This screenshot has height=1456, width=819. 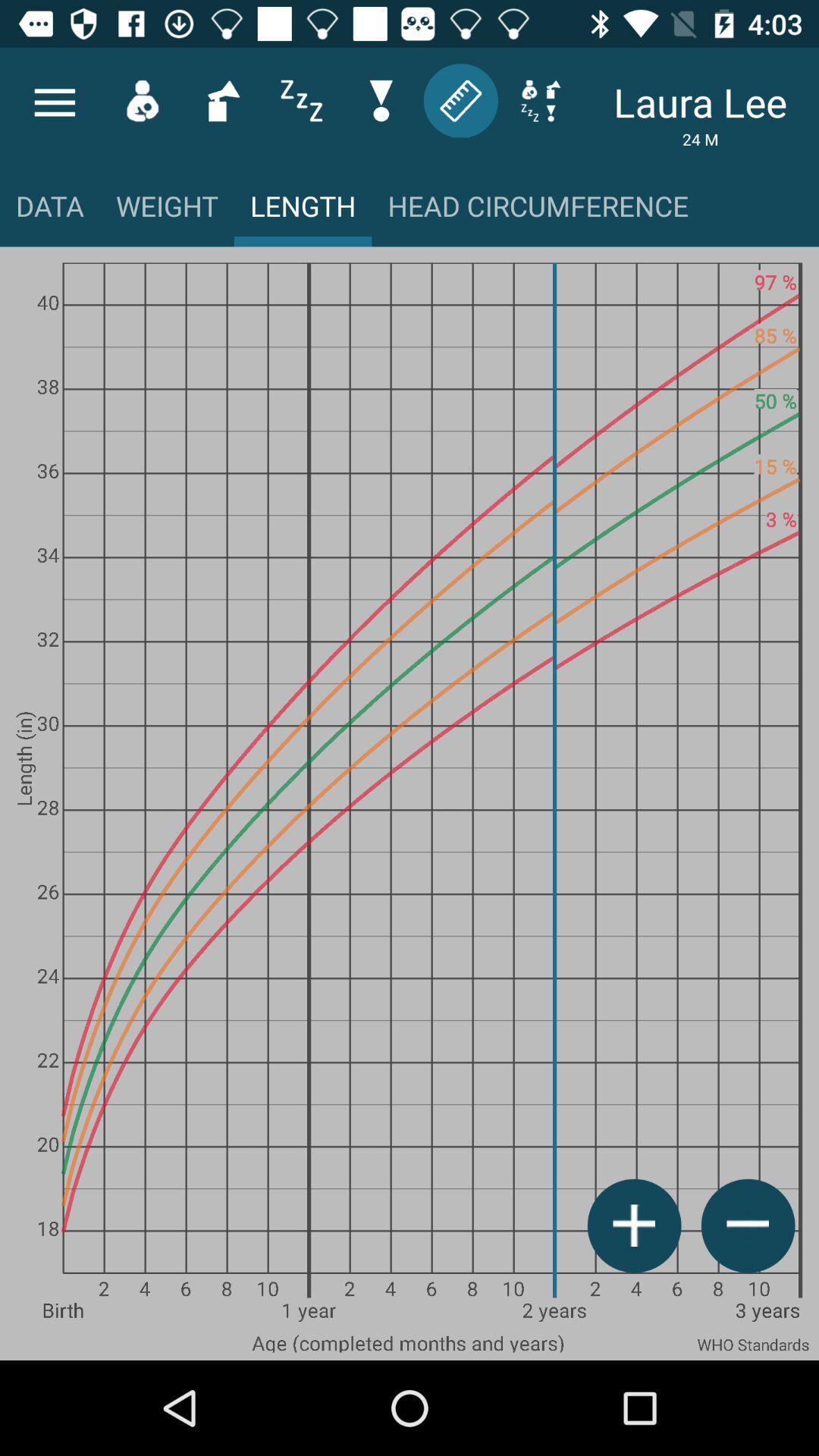 I want to click on the add icon, so click(x=634, y=1225).